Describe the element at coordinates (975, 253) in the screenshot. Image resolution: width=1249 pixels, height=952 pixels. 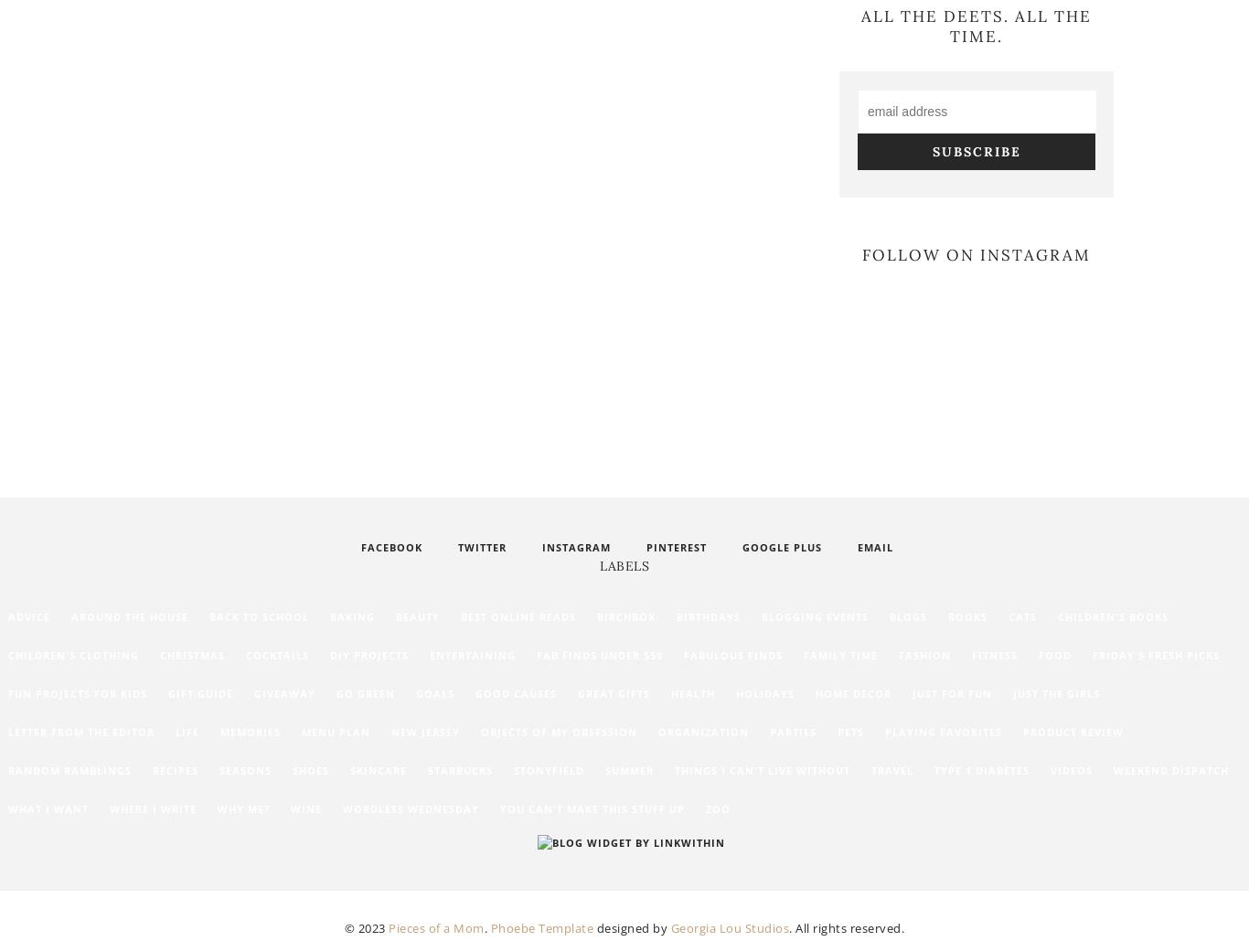
I see `'Follow on Instagram'` at that location.